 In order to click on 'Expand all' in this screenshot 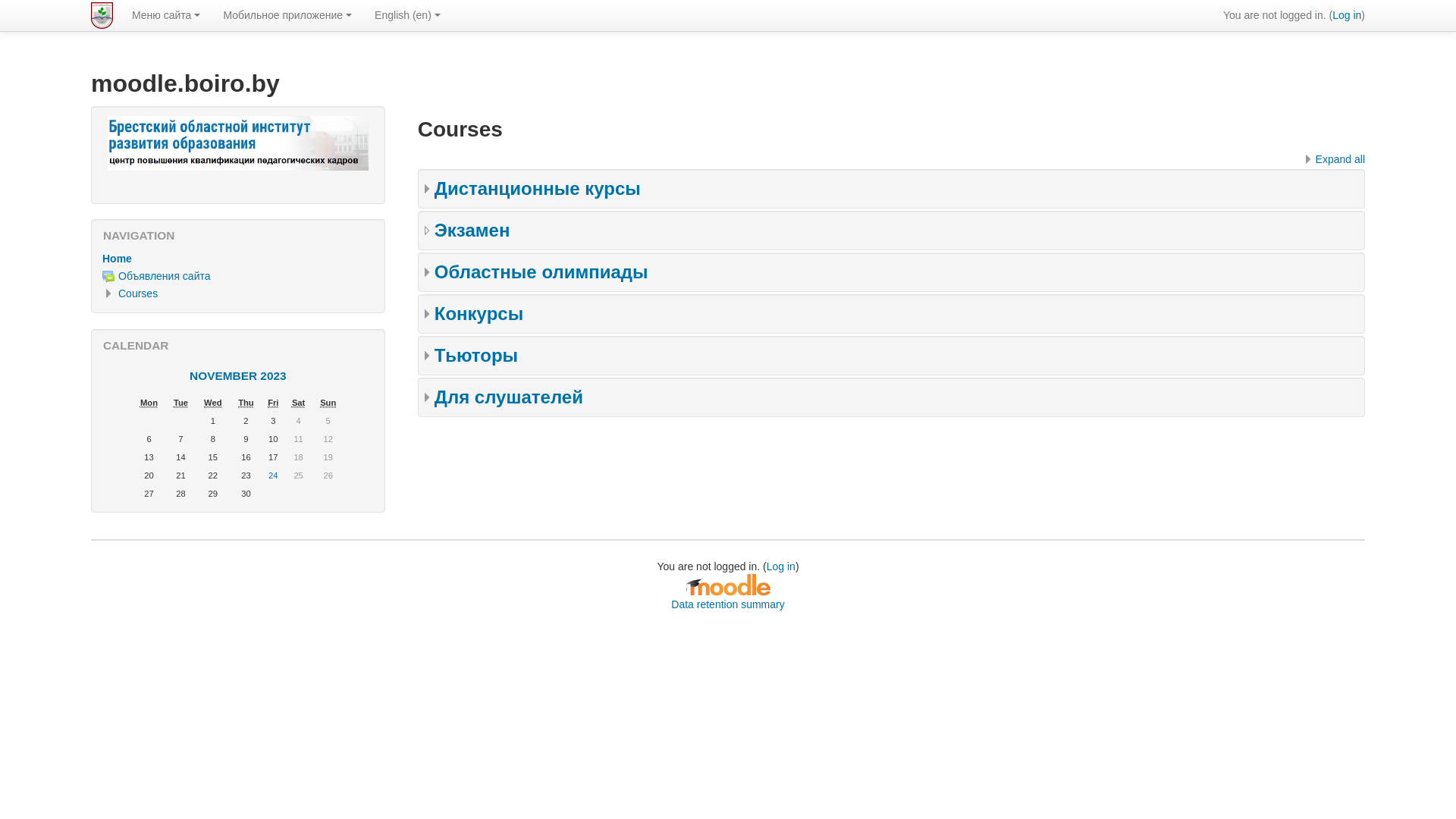, I will do `click(1332, 158)`.